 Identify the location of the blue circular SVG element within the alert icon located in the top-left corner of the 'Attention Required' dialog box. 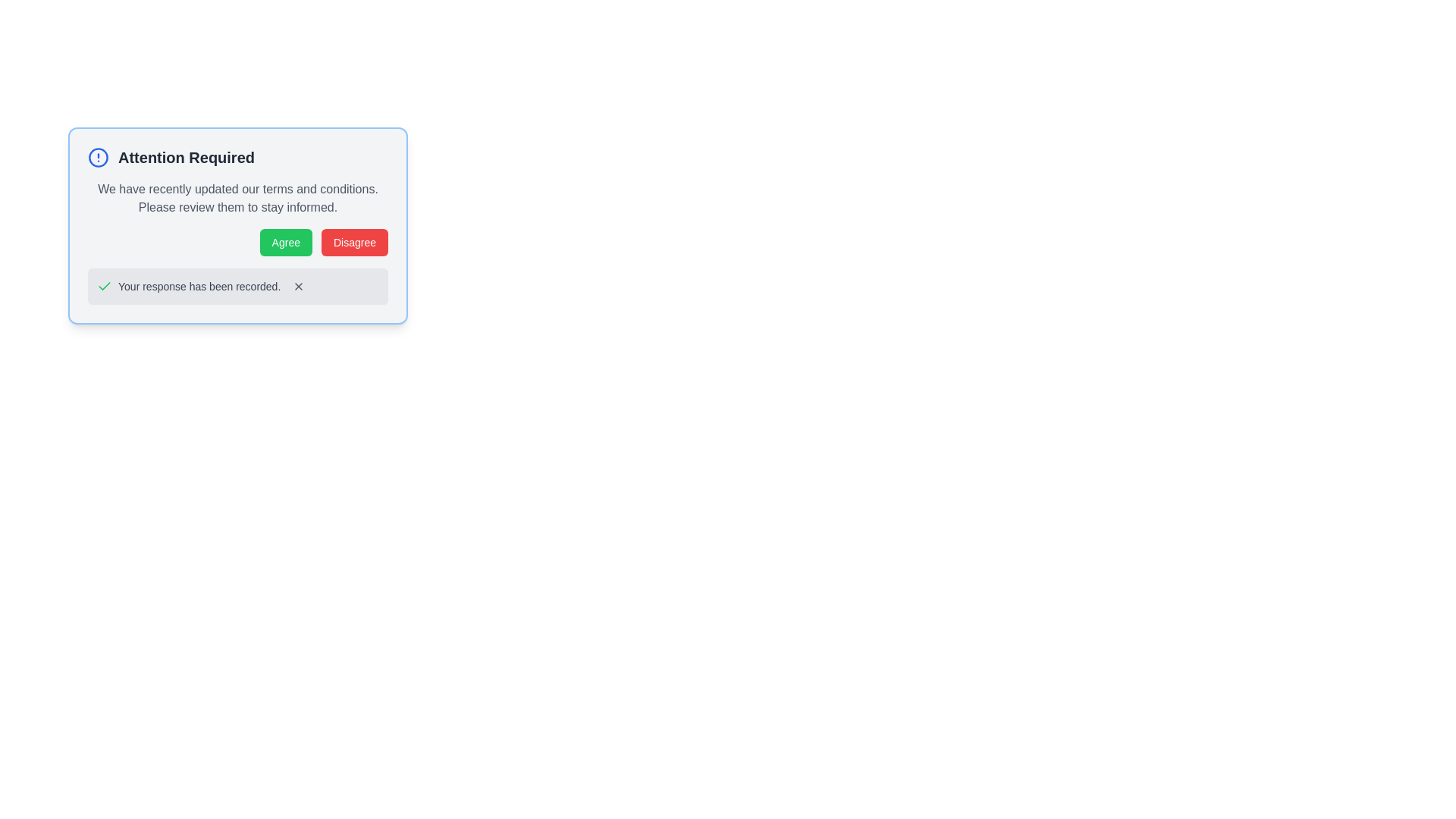
(97, 158).